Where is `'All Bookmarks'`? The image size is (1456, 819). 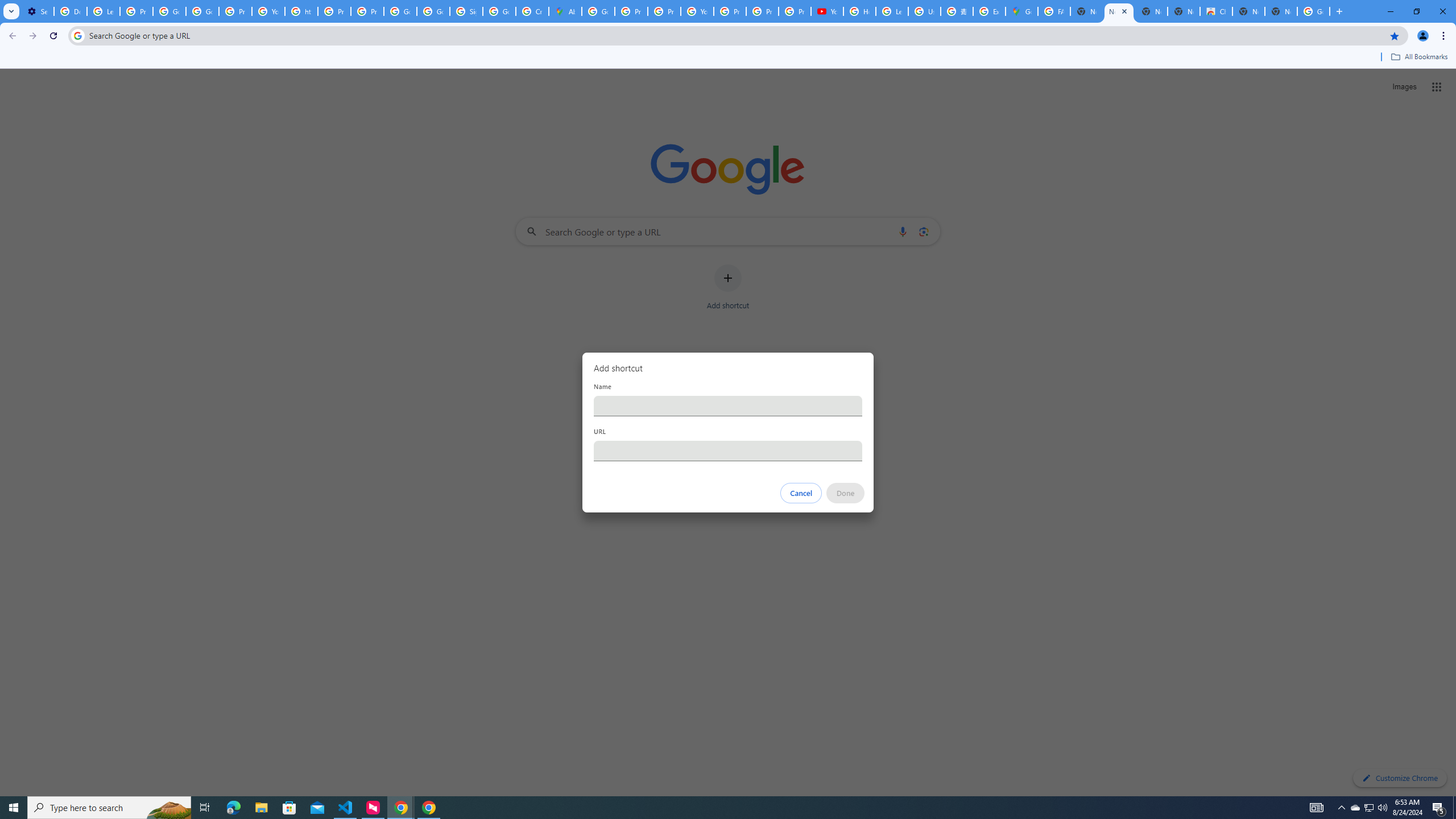
'All Bookmarks' is located at coordinates (1418, 56).